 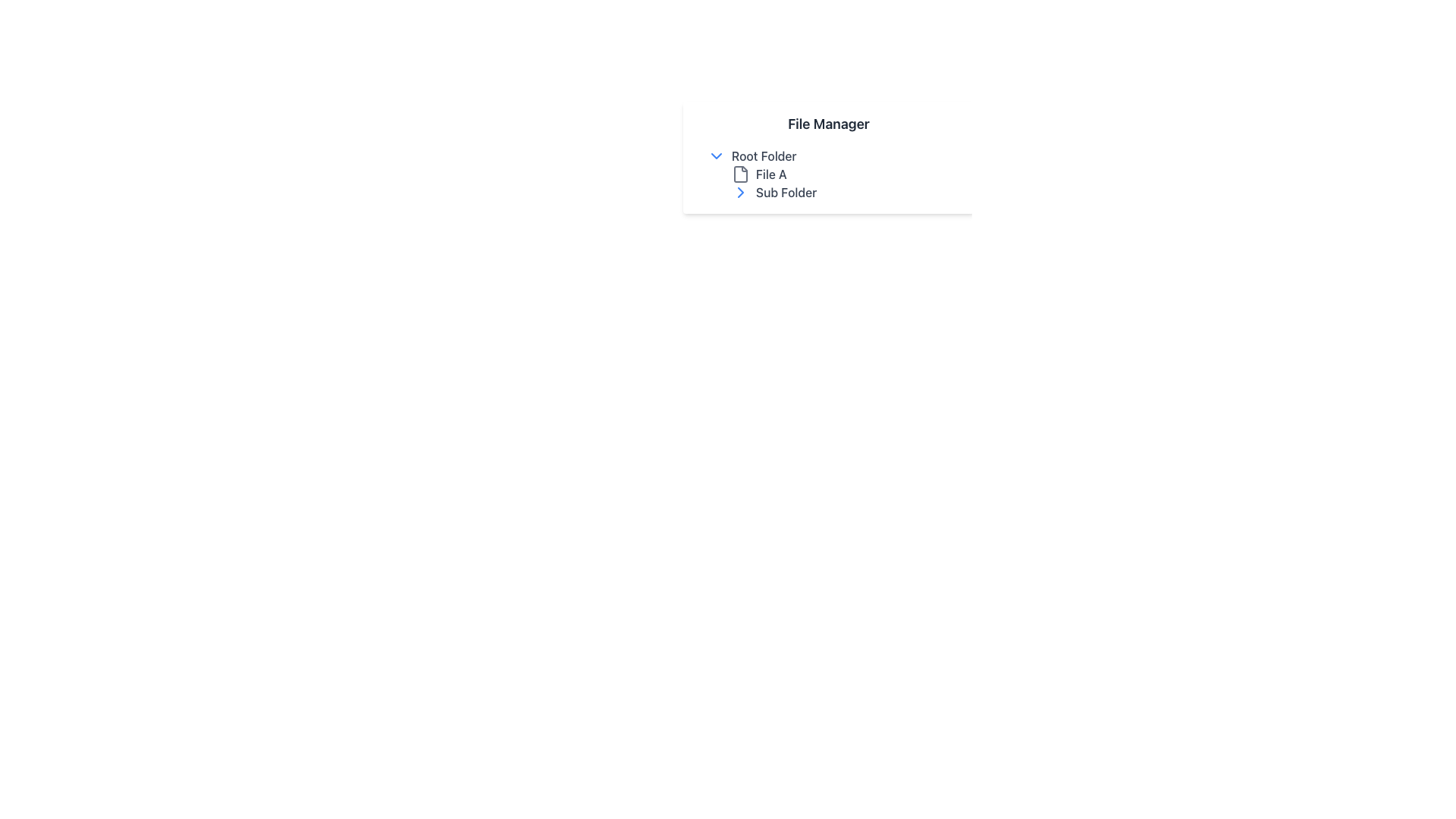 What do you see at coordinates (716, 155) in the screenshot?
I see `the downward-facing chevron icon in light blue color next to the 'Root Folder' text` at bounding box center [716, 155].